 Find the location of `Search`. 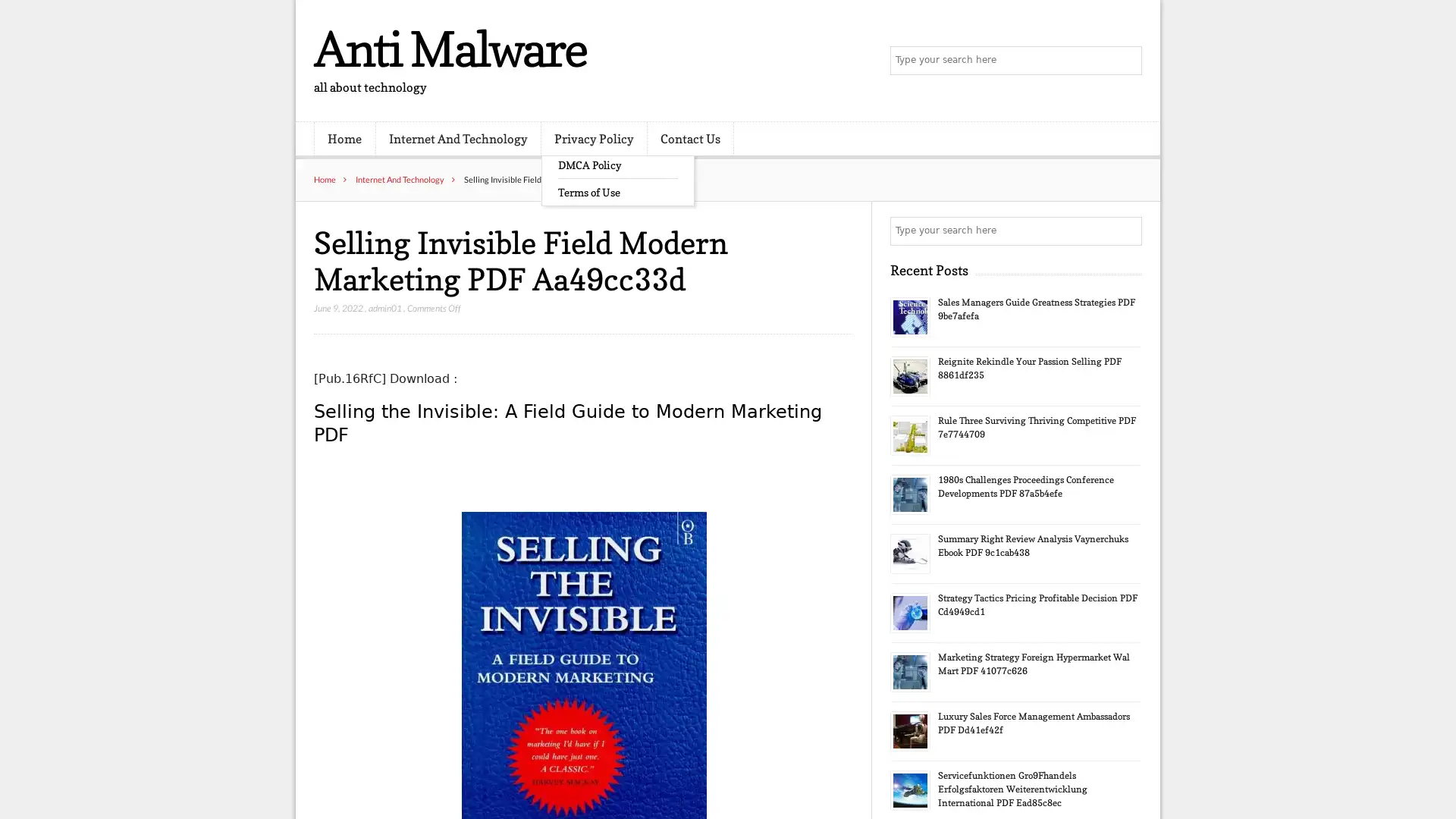

Search is located at coordinates (1126, 231).